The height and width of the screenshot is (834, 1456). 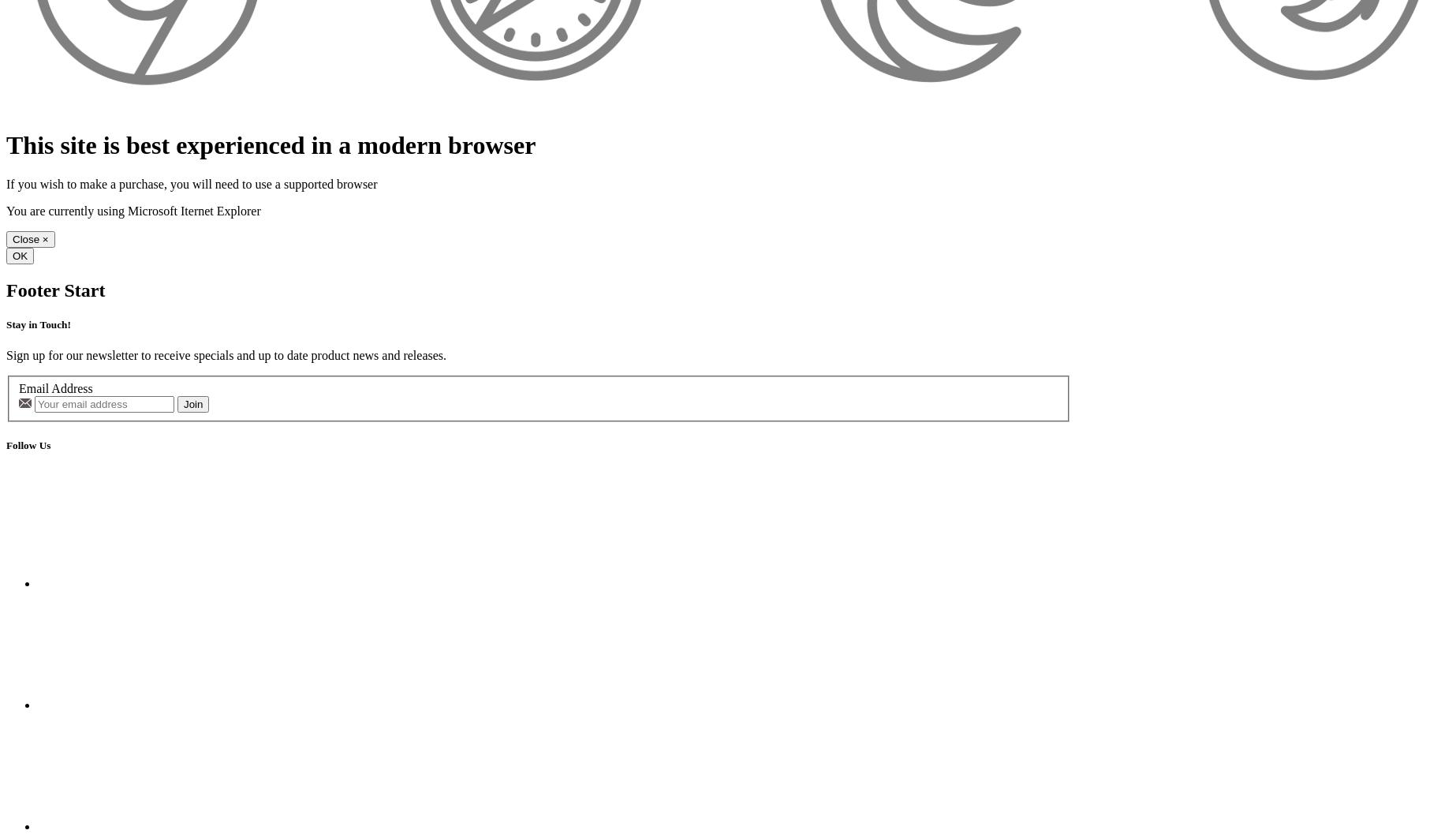 I want to click on 'Sign up for our newsletter to receive specials and up to date product news and releases.', so click(x=226, y=354).